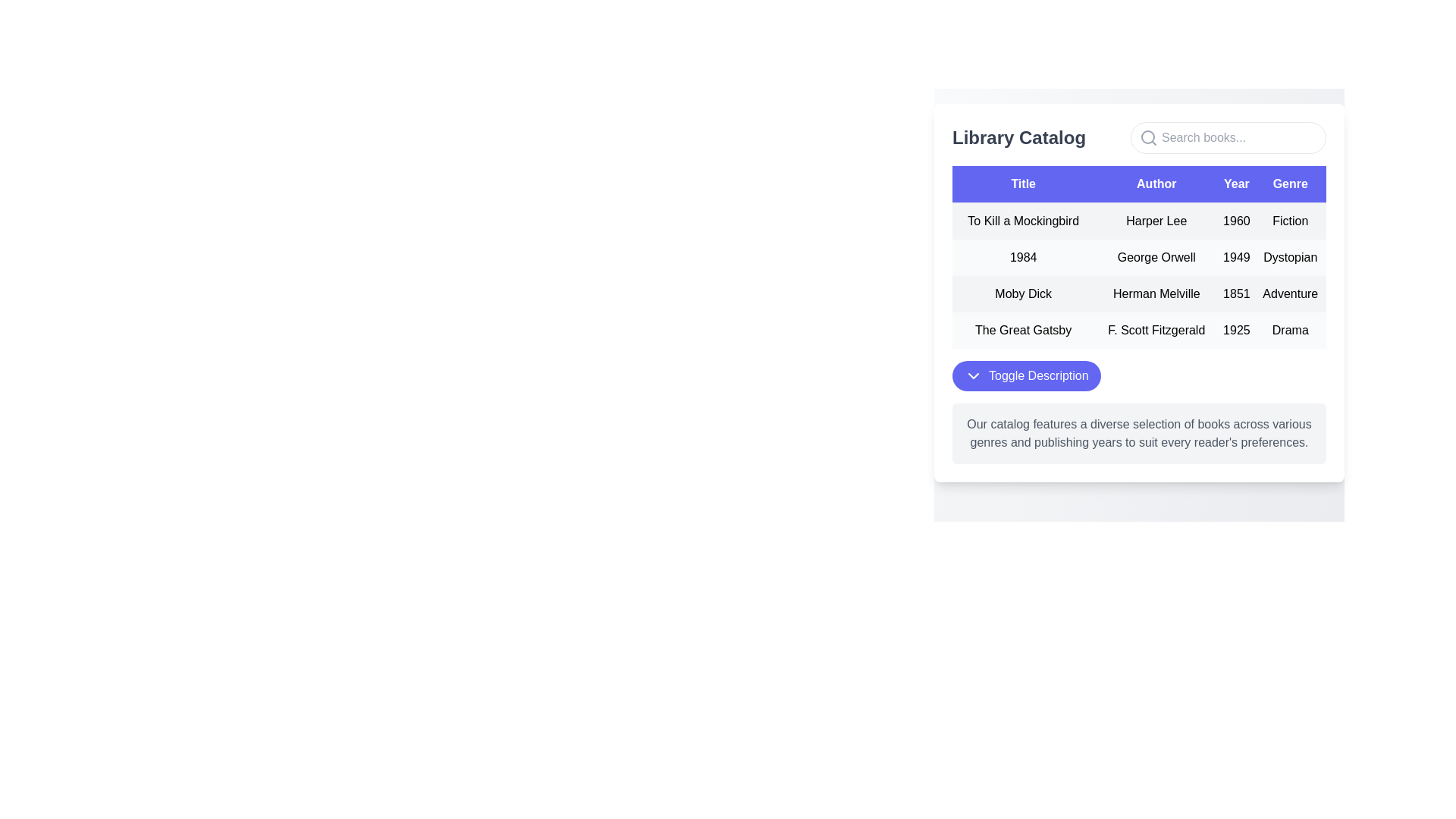 This screenshot has height=819, width=1456. I want to click on the text label displaying 'Herman Melville' in the 'Author' column of the table for the book 'Moby Dick', so click(1156, 294).